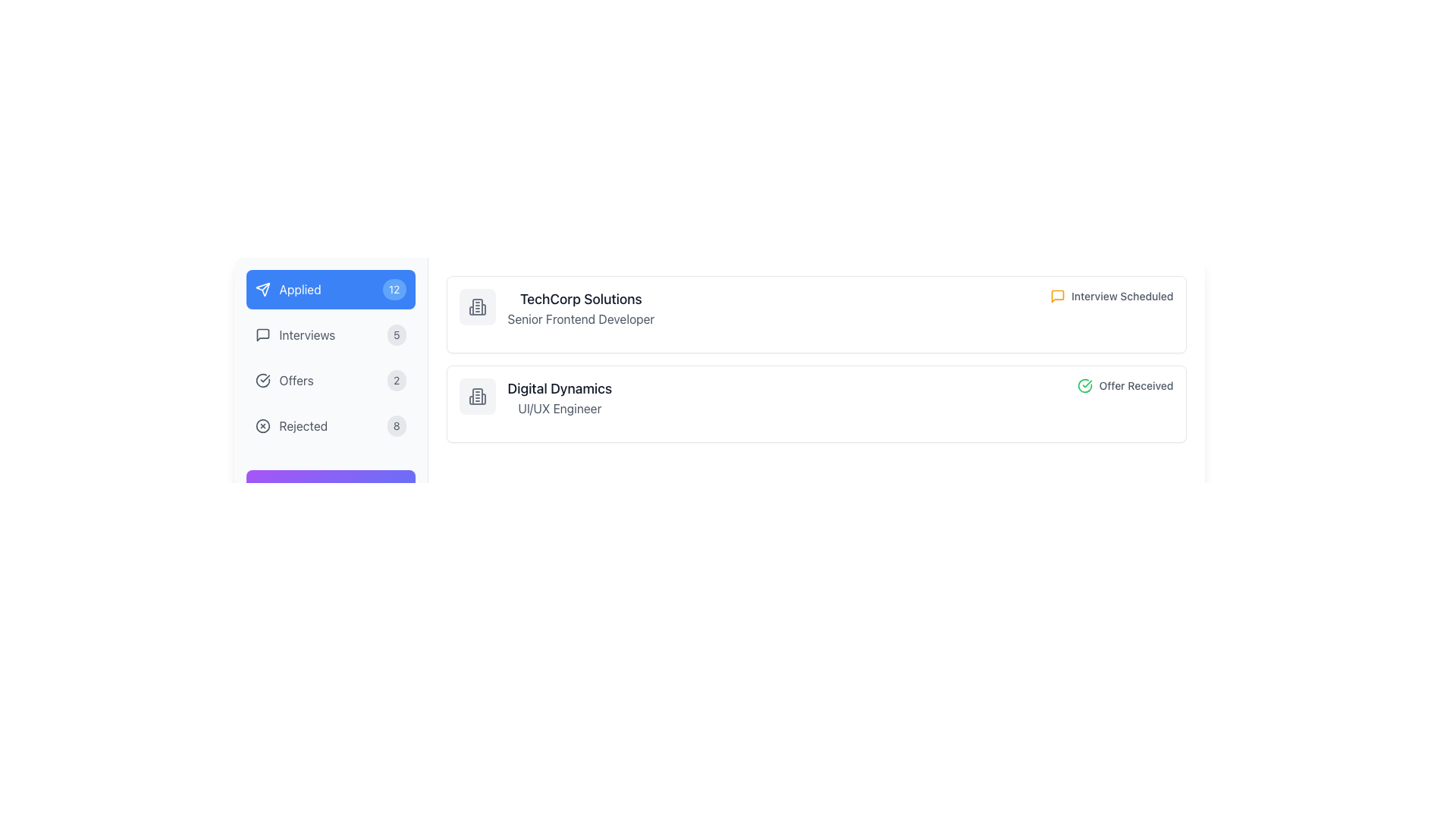  What do you see at coordinates (559, 408) in the screenshot?
I see `job title text display associated with the company 'Digital Dynamics' located directly beneath the company name` at bounding box center [559, 408].